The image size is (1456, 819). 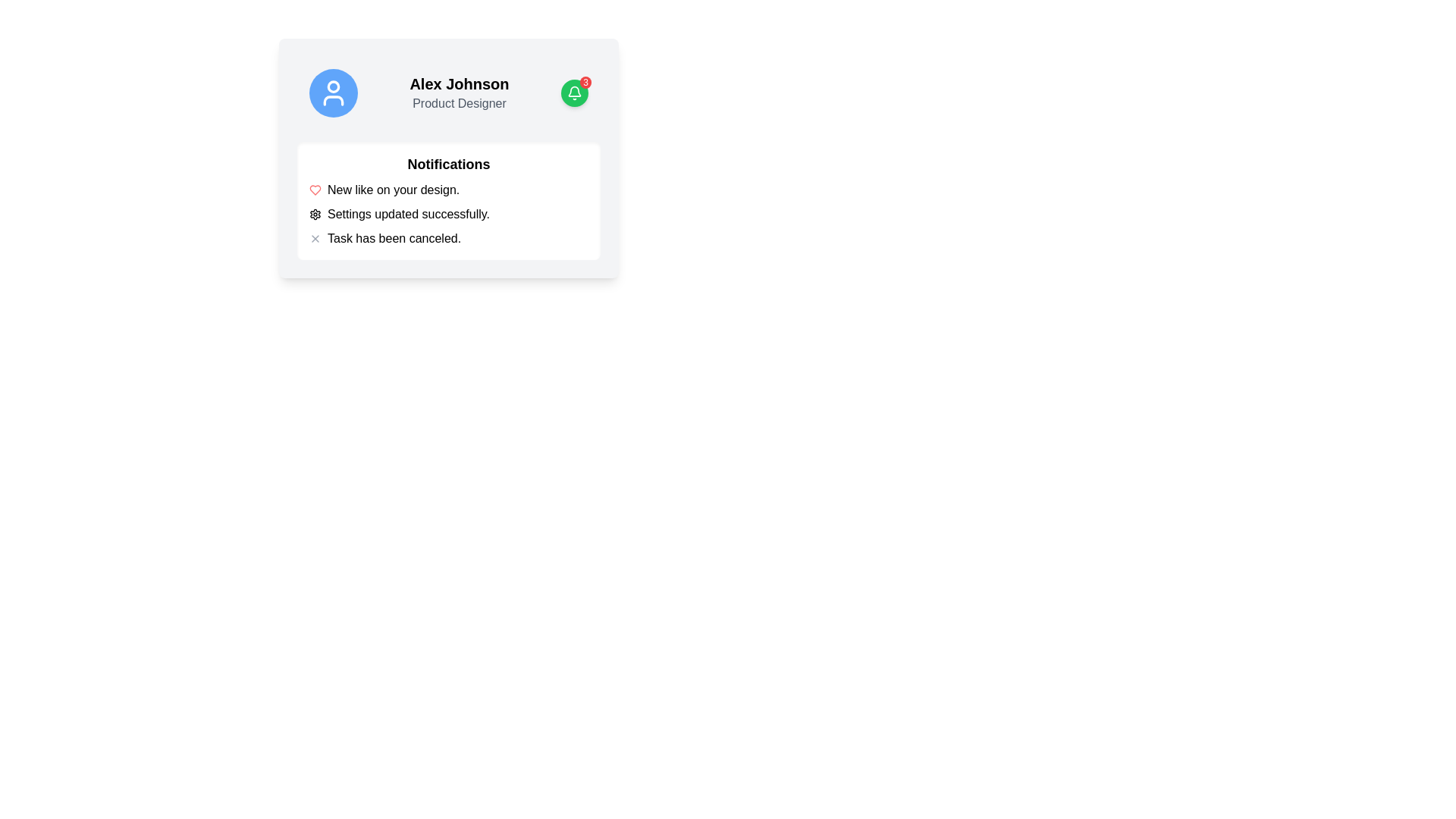 I want to click on user's name and job title displayed in the text label located to the right of the user's avatar icon, so click(x=458, y=93).